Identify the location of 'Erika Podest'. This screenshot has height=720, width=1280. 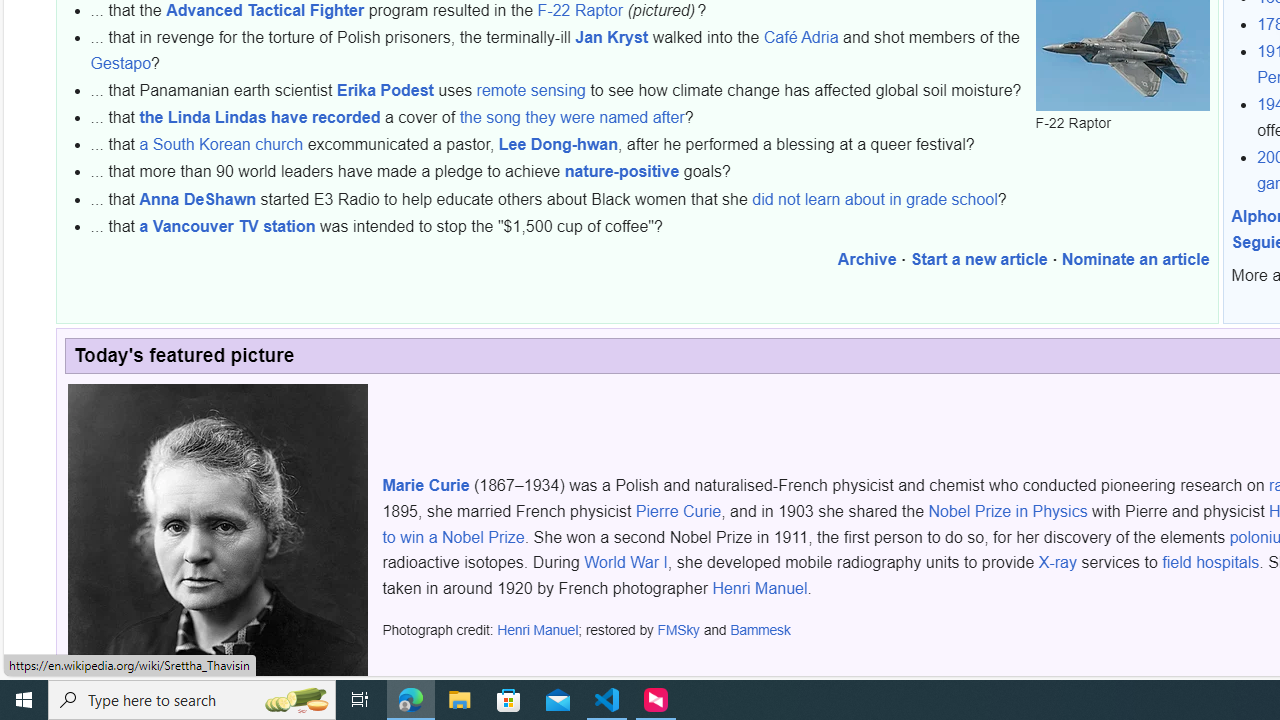
(384, 90).